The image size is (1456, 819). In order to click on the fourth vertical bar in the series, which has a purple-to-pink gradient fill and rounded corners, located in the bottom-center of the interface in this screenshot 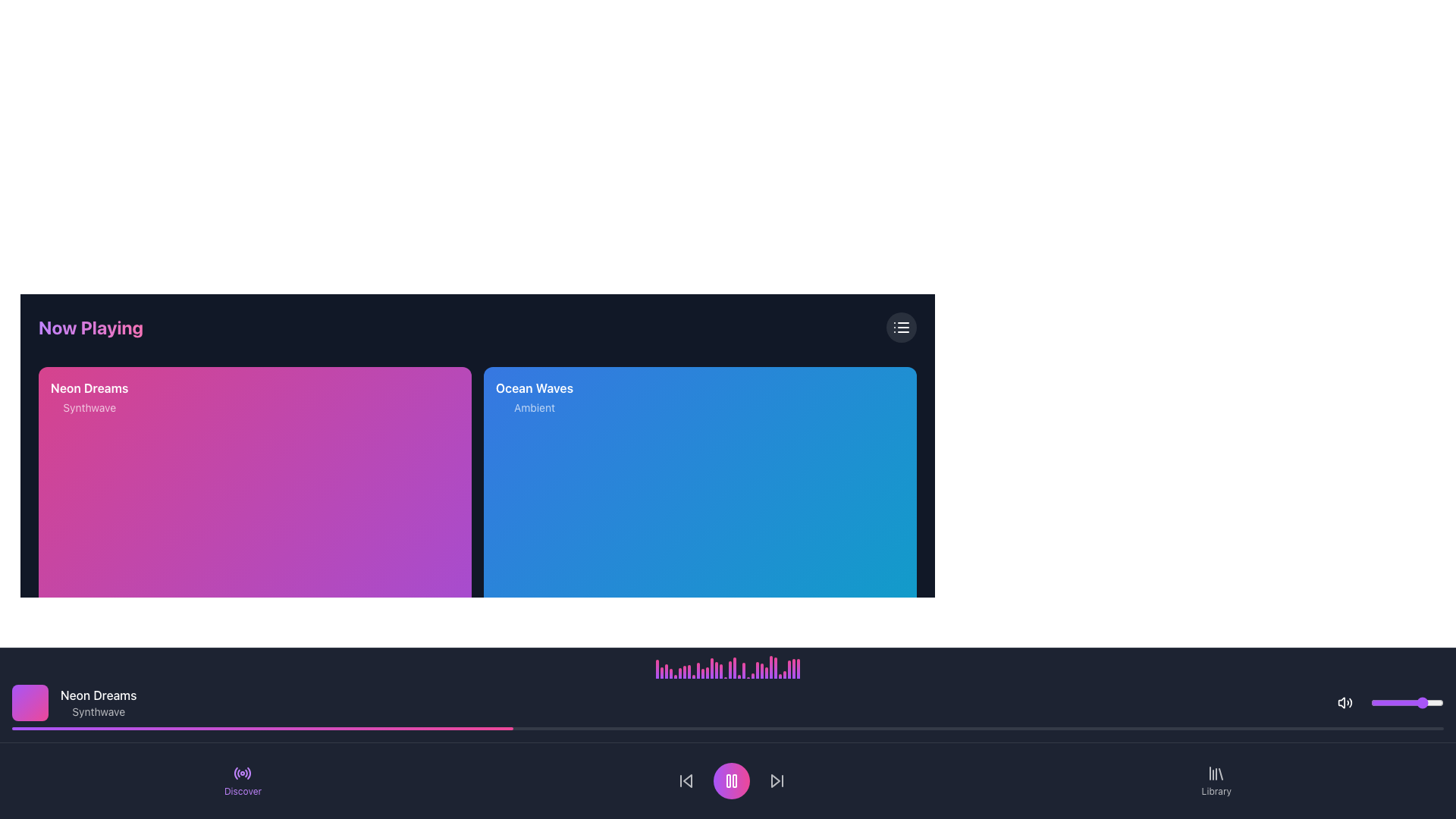, I will do `click(670, 669)`.